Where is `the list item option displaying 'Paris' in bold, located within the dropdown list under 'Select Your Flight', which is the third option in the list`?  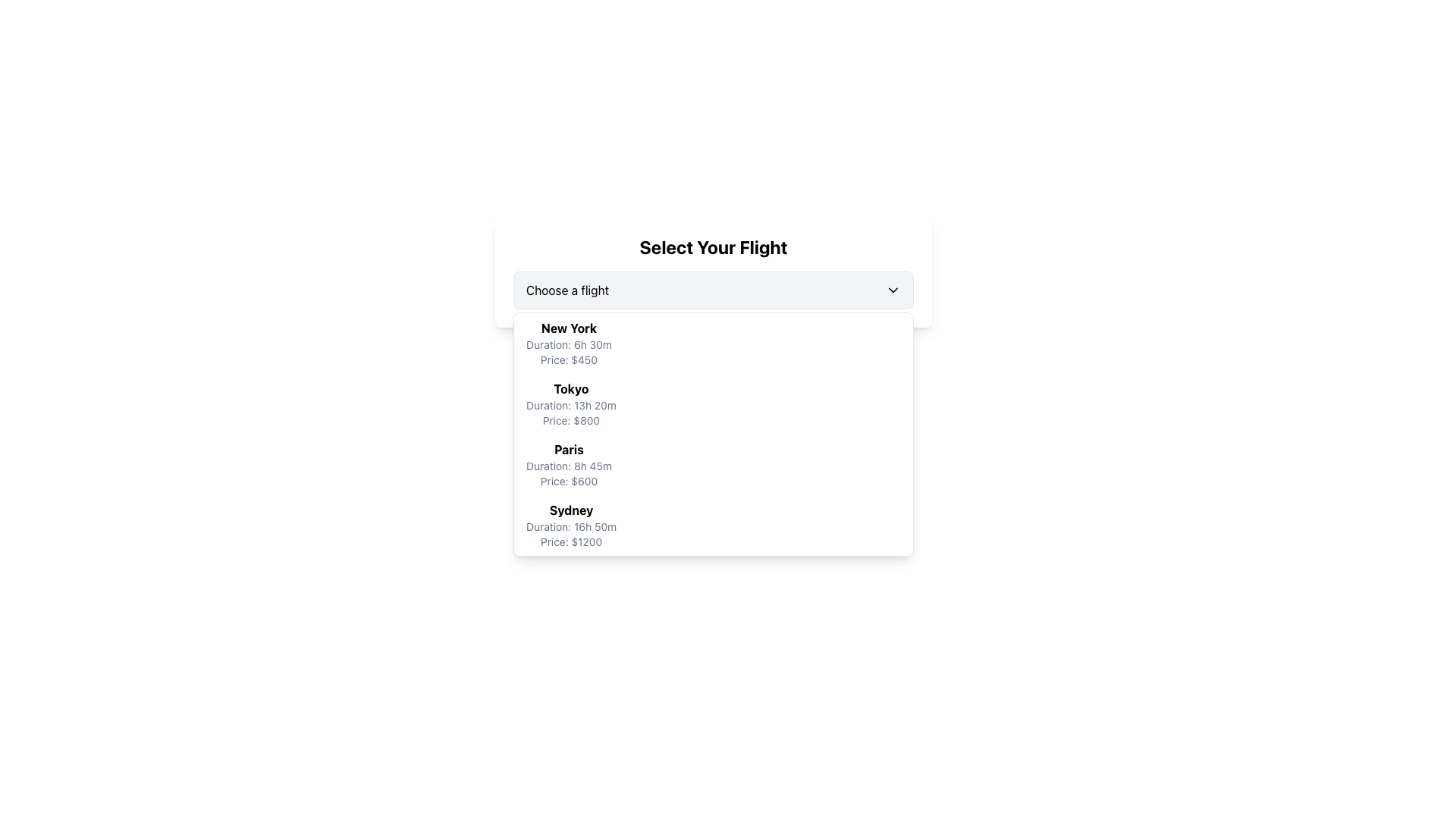 the list item option displaying 'Paris' in bold, located within the dropdown list under 'Select Your Flight', which is the third option in the list is located at coordinates (712, 464).